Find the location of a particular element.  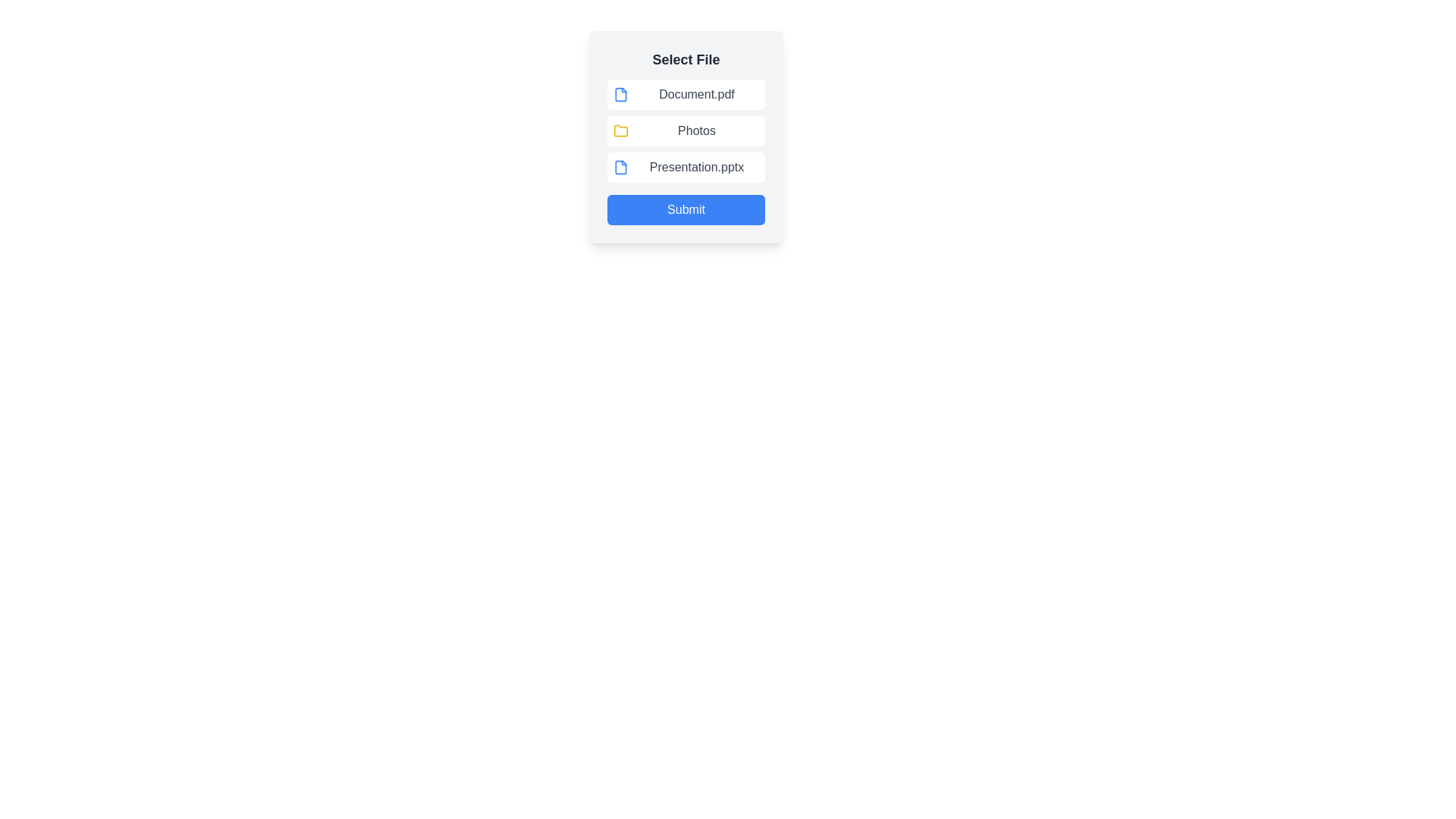

the 'Photos' button which is a rectangular button with a yellow folder icon and grey text, located between the 'Document.pdf' and 'Presentation.pptx' buttons is located at coordinates (686, 130).